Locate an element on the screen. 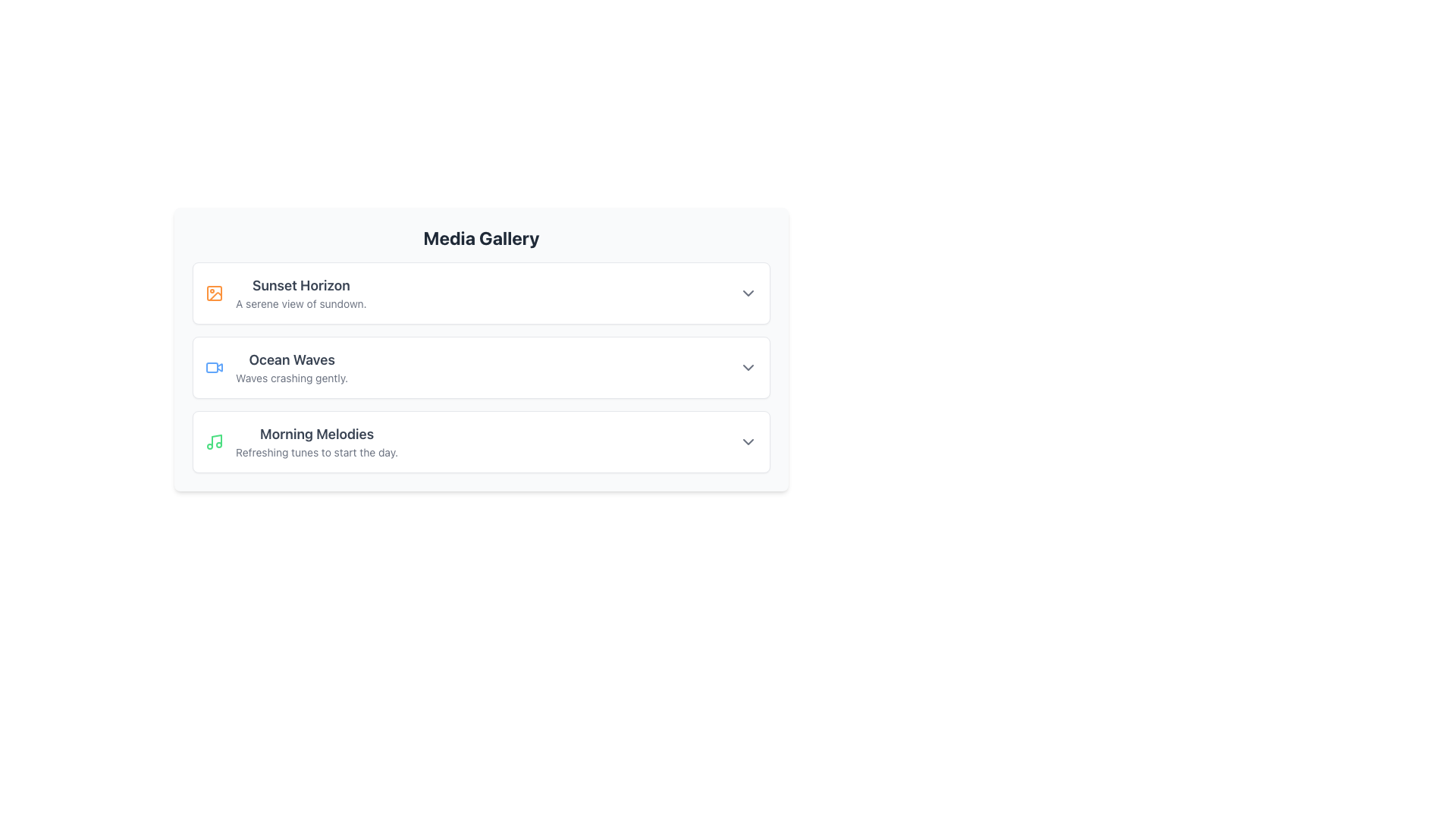 This screenshot has height=819, width=1456. the 'Sunset Horizon' element, which consists of an image icon and two stacked text parts (title and subtitle) in the 'Media Gallery' section is located at coordinates (286, 293).